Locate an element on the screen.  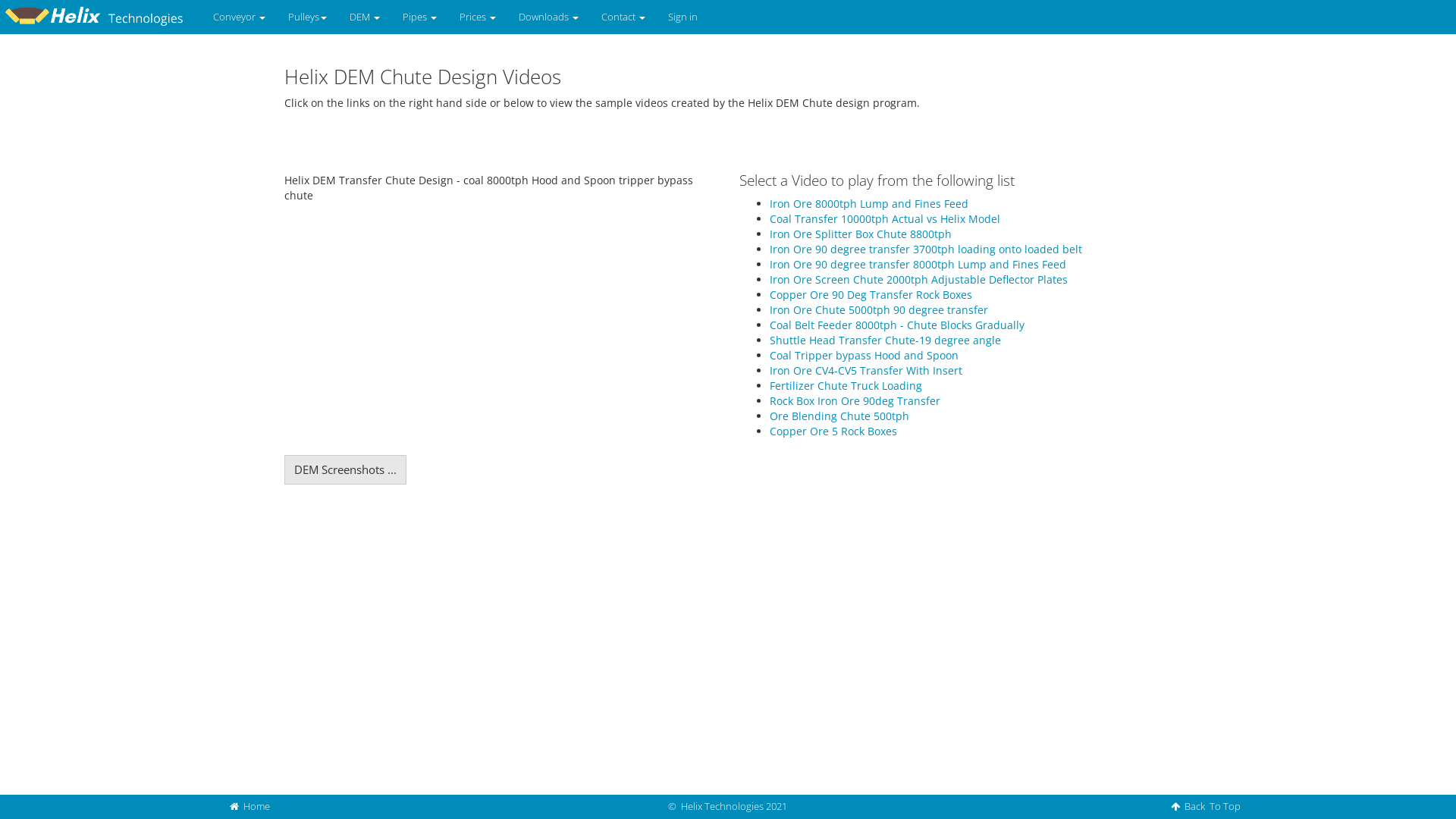
'Iron Ore Screen Chute 2000tph Adjustable Deflector Plates' is located at coordinates (918, 279).